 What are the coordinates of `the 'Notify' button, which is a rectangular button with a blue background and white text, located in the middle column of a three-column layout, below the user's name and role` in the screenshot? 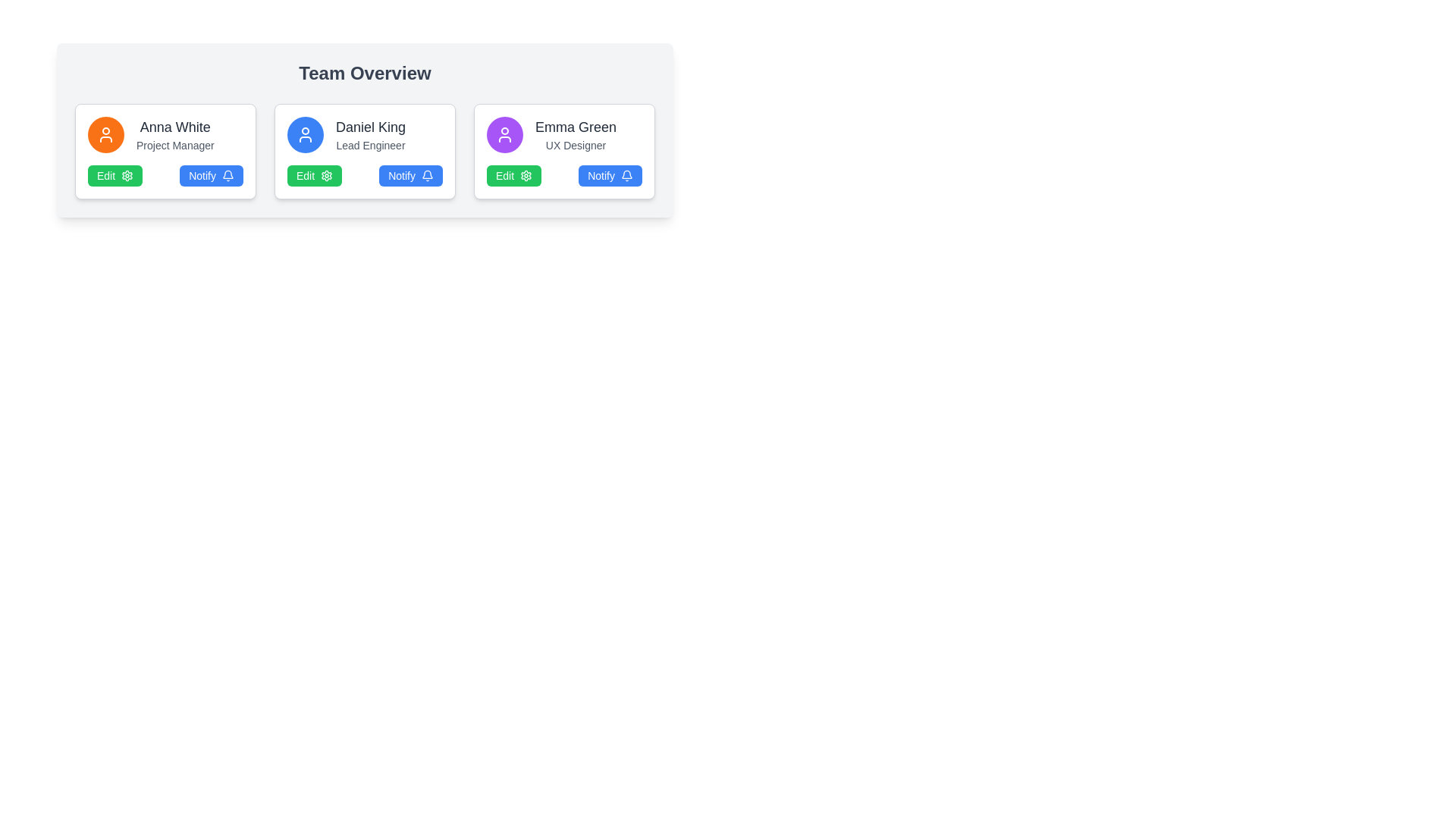 It's located at (211, 174).